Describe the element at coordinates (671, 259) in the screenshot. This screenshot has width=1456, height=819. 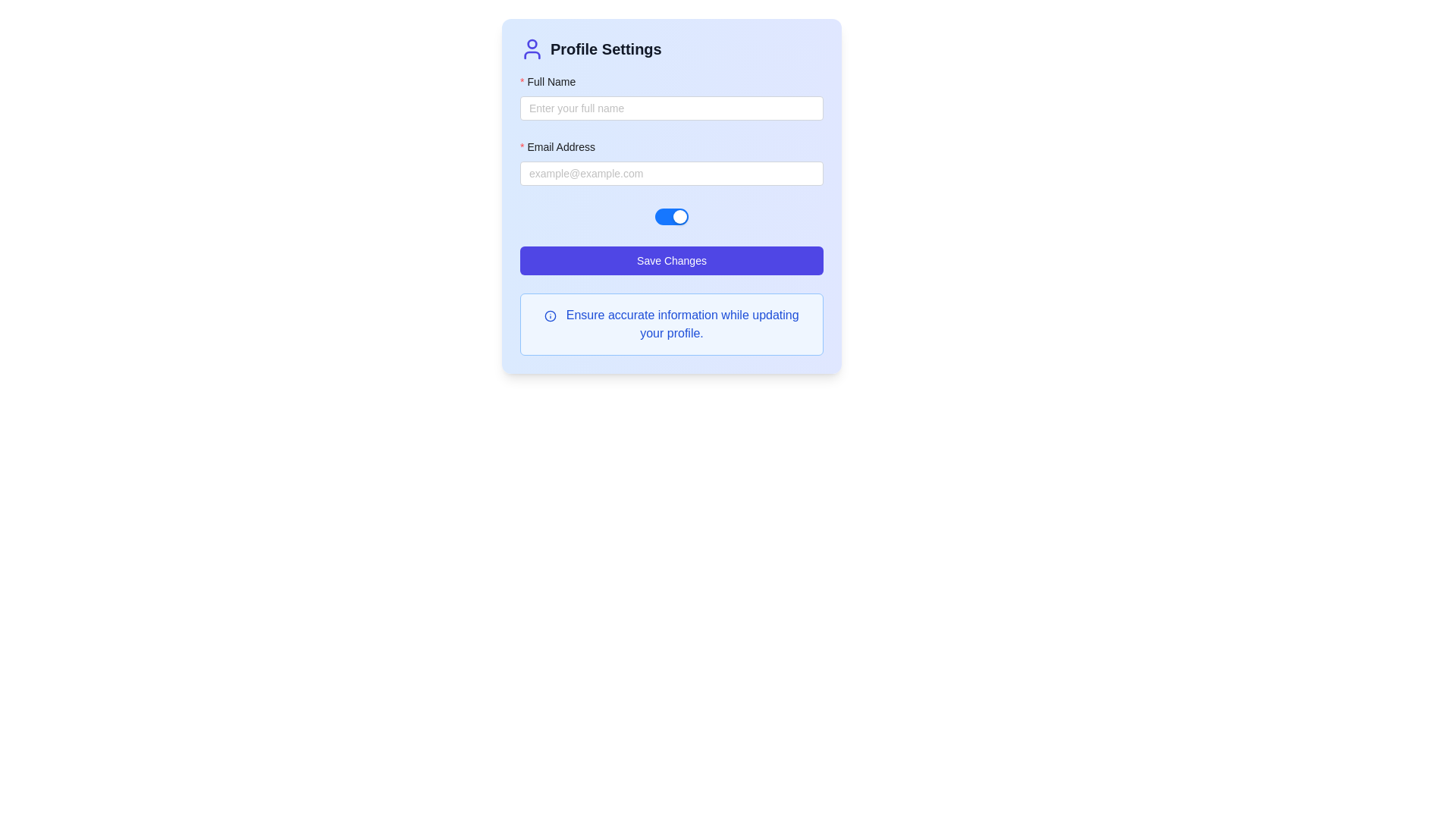
I see `the 'Save Changes' button located at the bottom of the 'Profile Settings' form` at that location.